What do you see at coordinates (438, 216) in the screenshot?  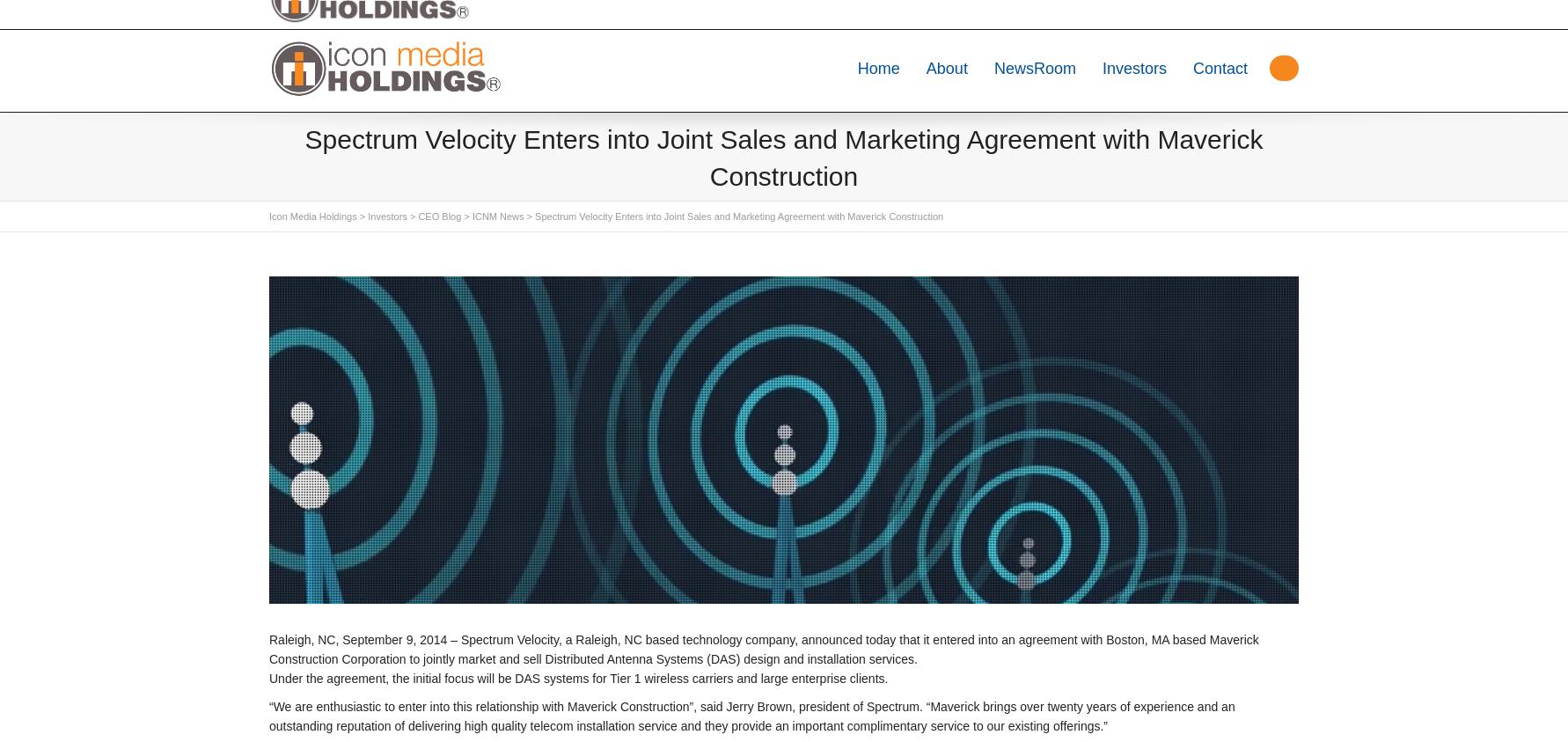 I see `'CEO Blog'` at bounding box center [438, 216].